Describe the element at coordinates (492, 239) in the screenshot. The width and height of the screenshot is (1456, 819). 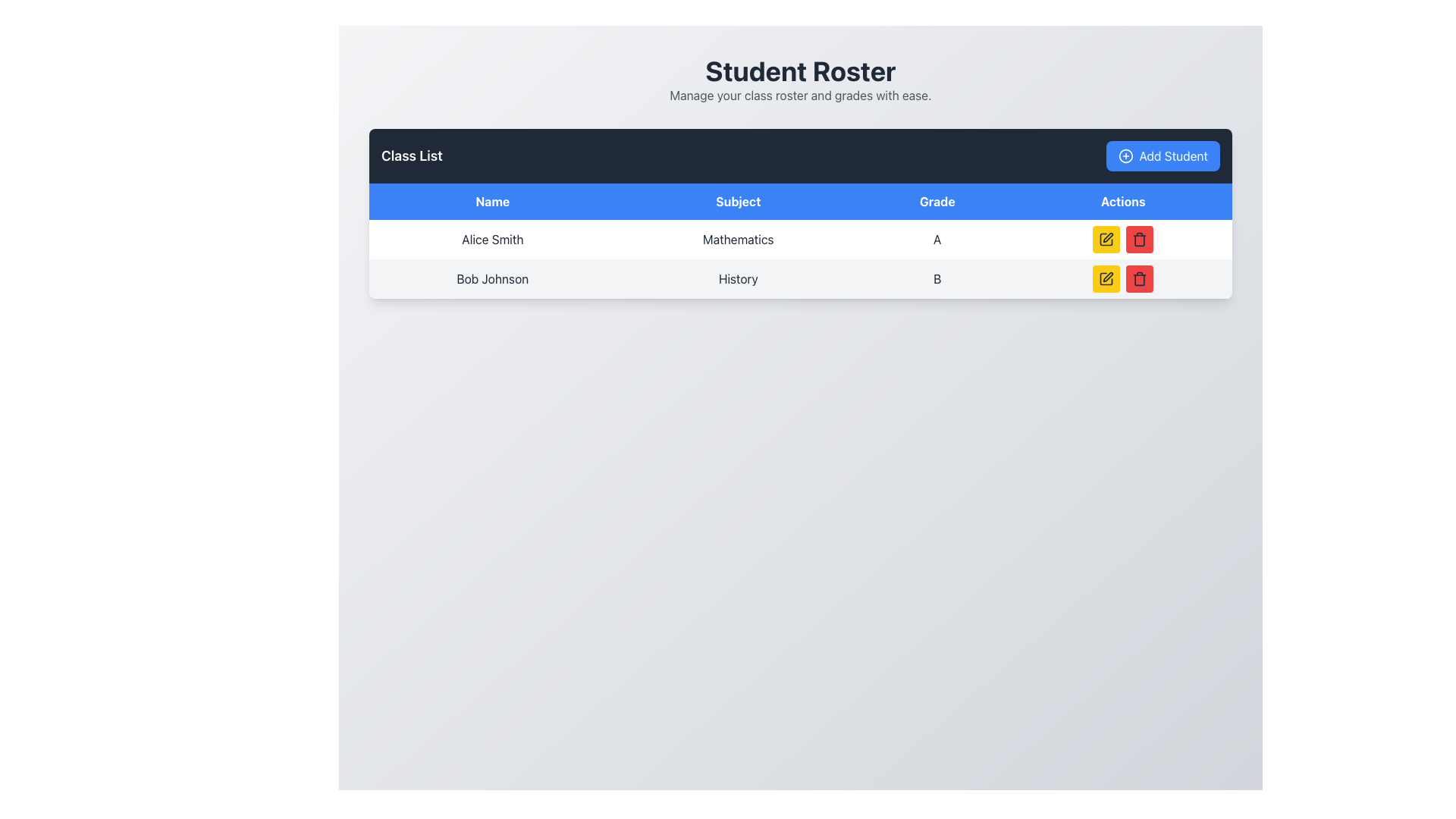
I see `the text element displaying 'Alice Smith' in the 'Name' column of the 'Class List' table, which is part of the student information row` at that location.